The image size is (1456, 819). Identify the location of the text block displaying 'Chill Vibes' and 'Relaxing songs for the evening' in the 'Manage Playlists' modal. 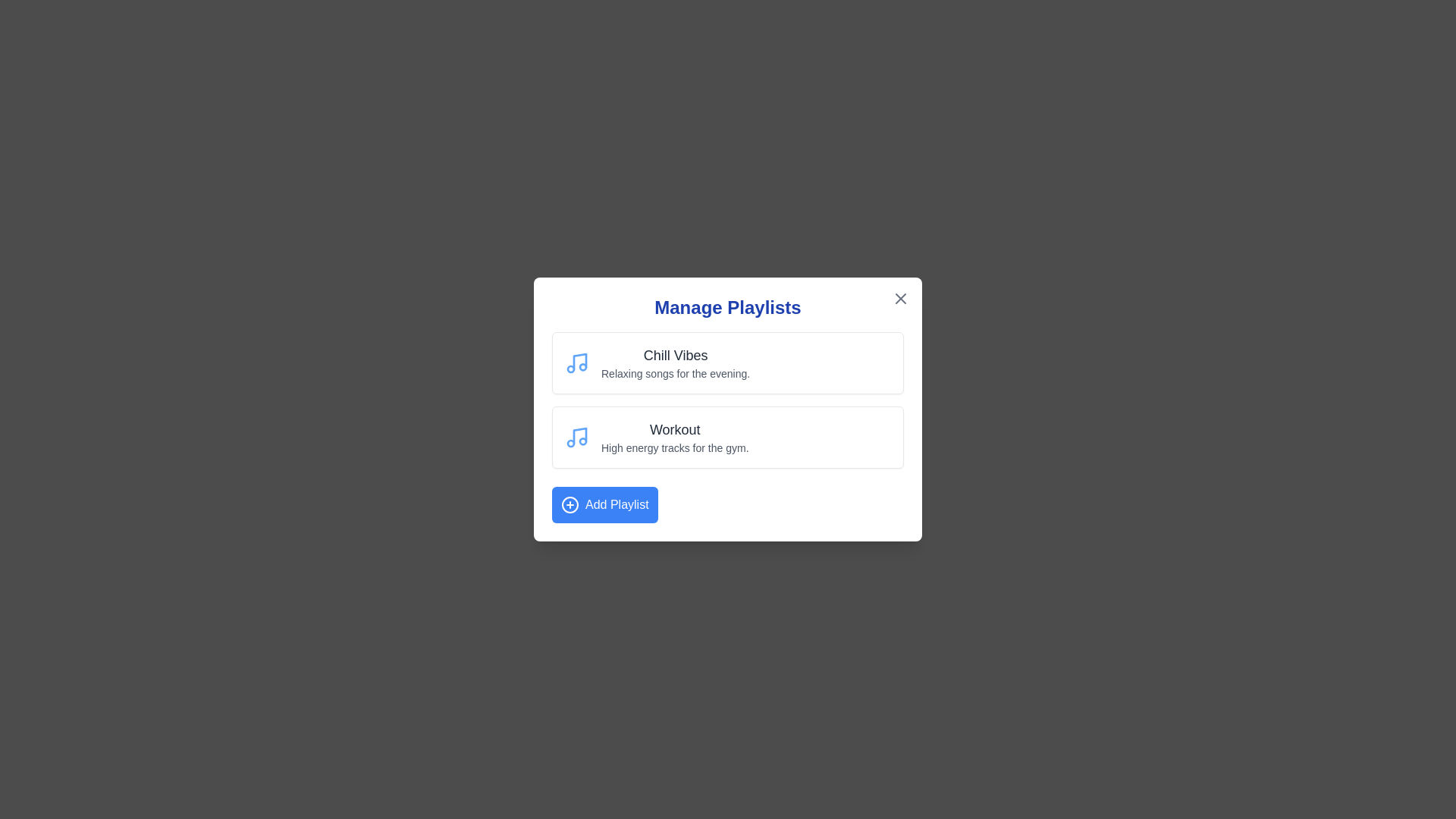
(675, 362).